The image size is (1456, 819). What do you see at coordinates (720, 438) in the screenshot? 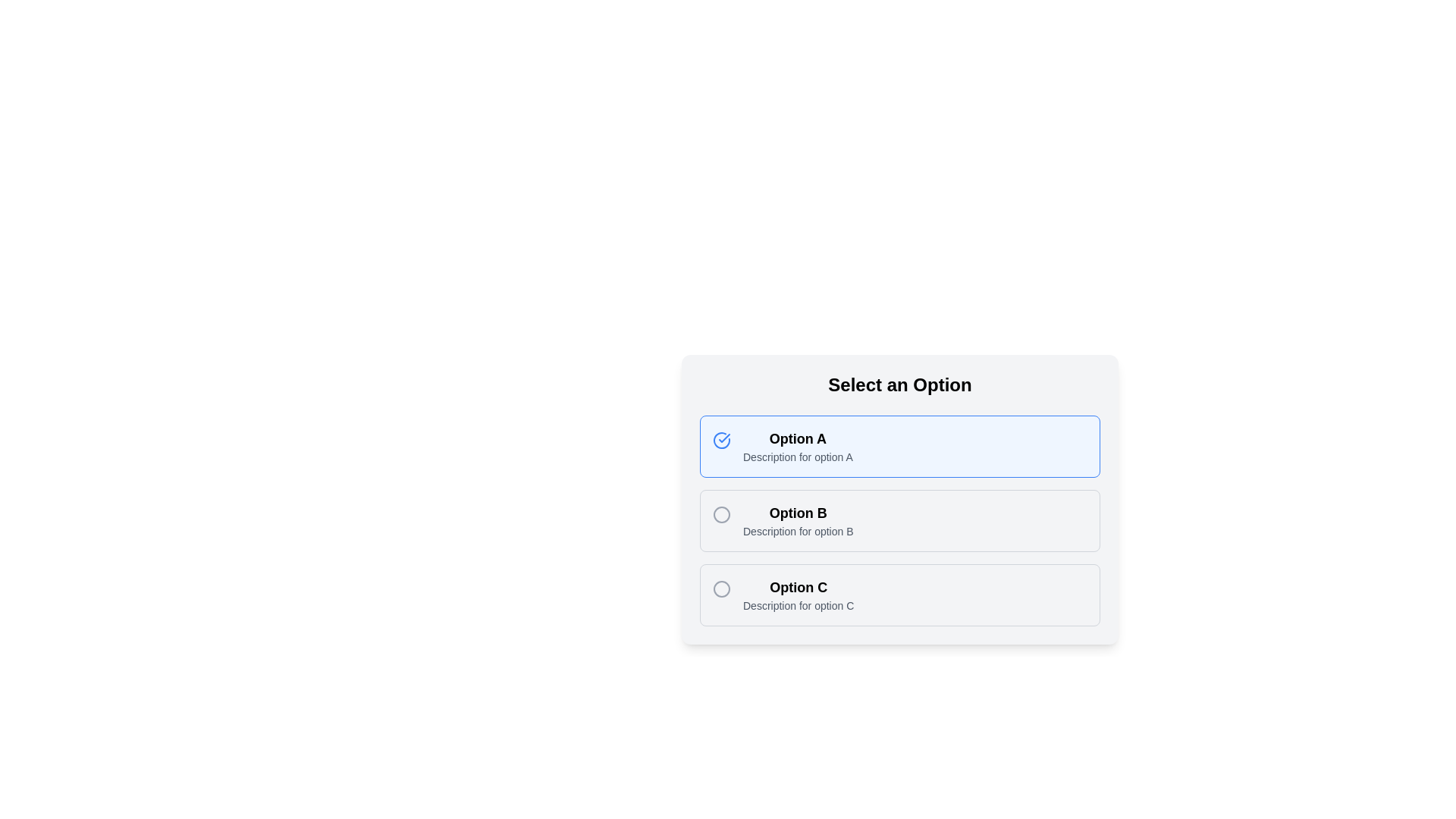
I see `the icon that indicates 'Option A' is selected, located at the top-left corner of the first option card` at bounding box center [720, 438].